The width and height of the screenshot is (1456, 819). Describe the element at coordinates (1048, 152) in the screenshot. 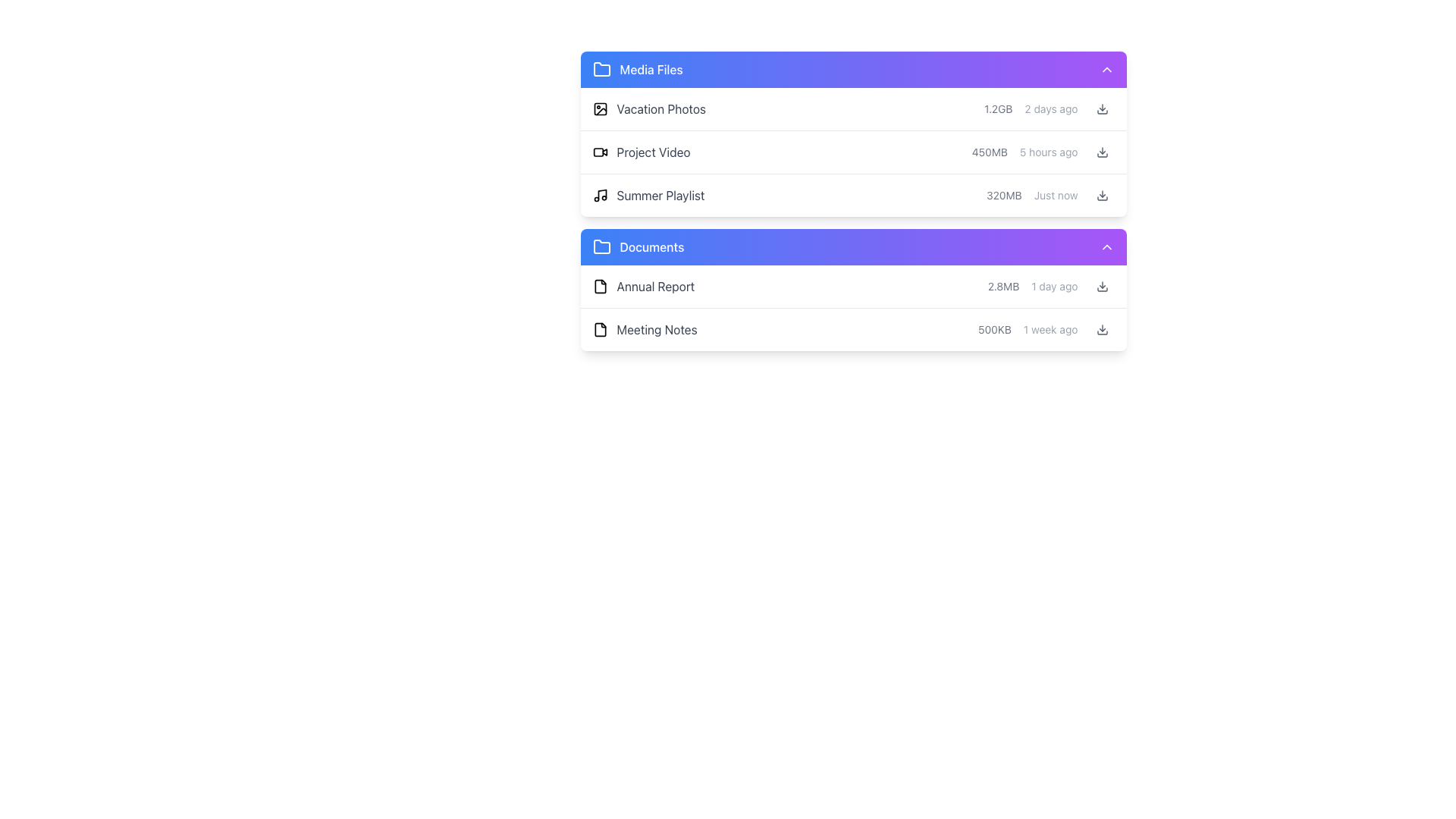

I see `the static text label that indicates when the associated file was last modified or uploaded, located immediately to the right of '450MB' and to the left of the download button icon in the 'Media Files' group` at that location.